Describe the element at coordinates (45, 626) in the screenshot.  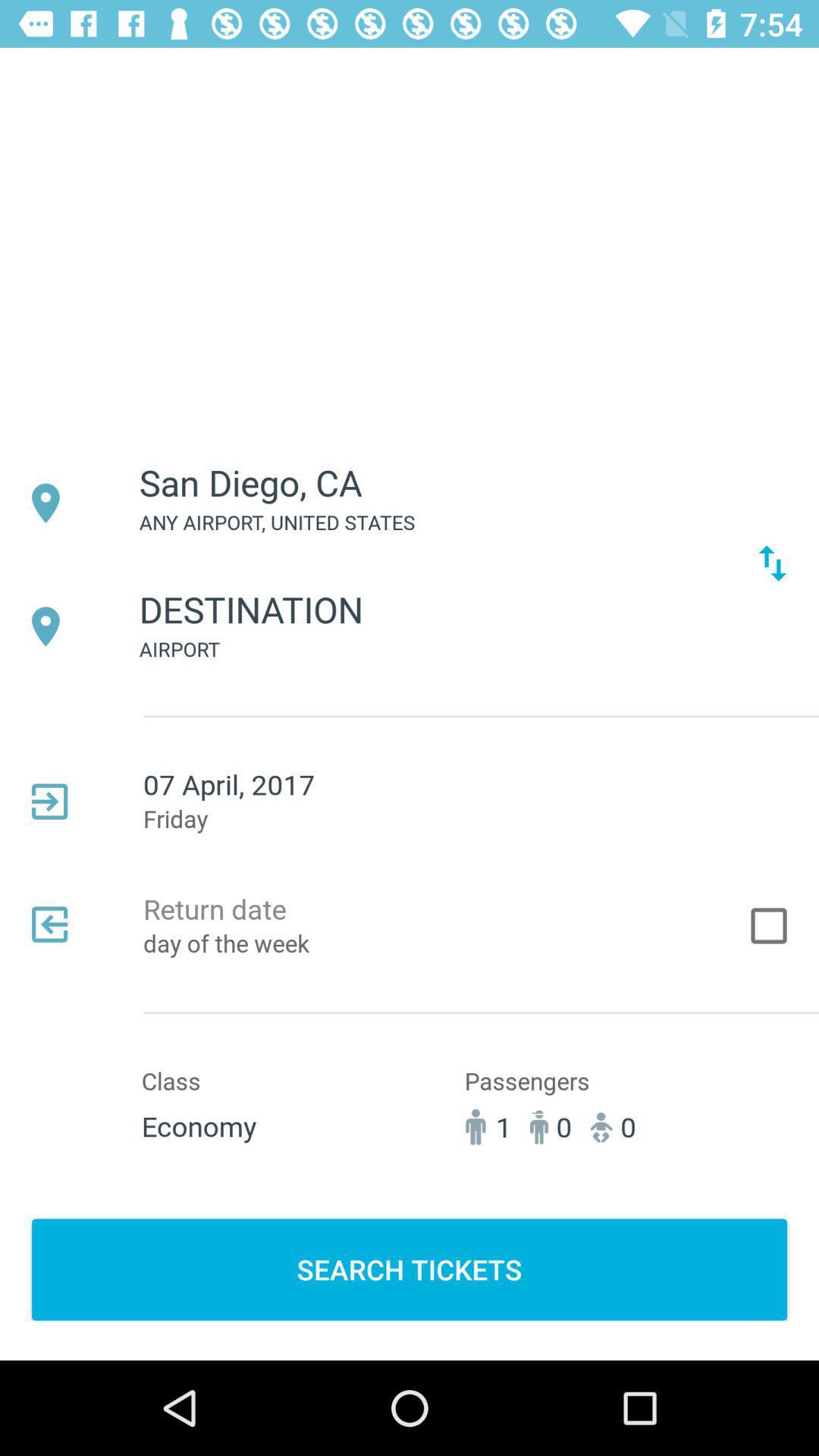
I see `the icon beside destination` at that location.